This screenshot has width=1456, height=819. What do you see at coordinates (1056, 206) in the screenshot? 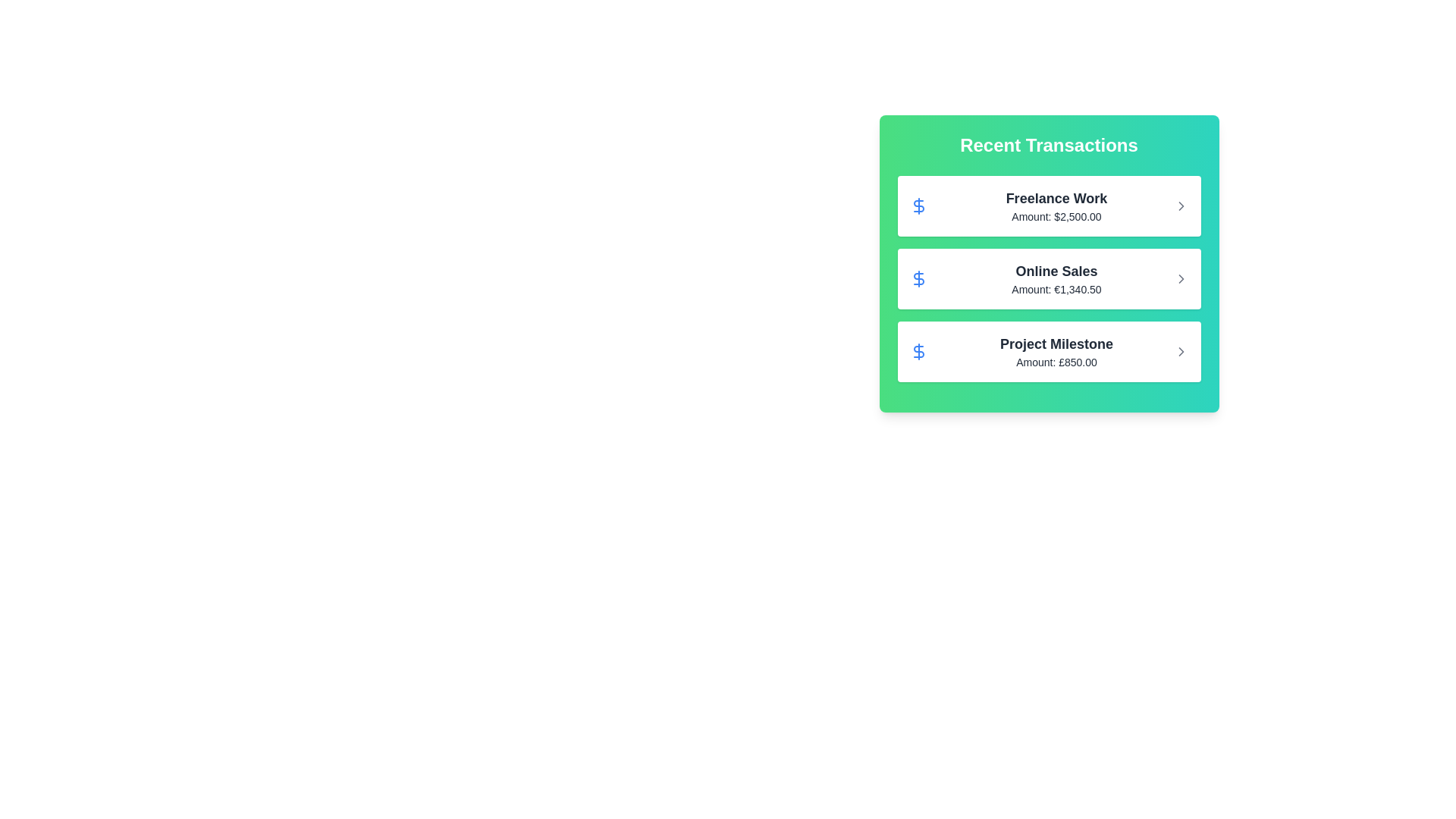
I see `text from the Information display field titled 'Freelance Work' which shows the amount '$2,500.00'` at bounding box center [1056, 206].